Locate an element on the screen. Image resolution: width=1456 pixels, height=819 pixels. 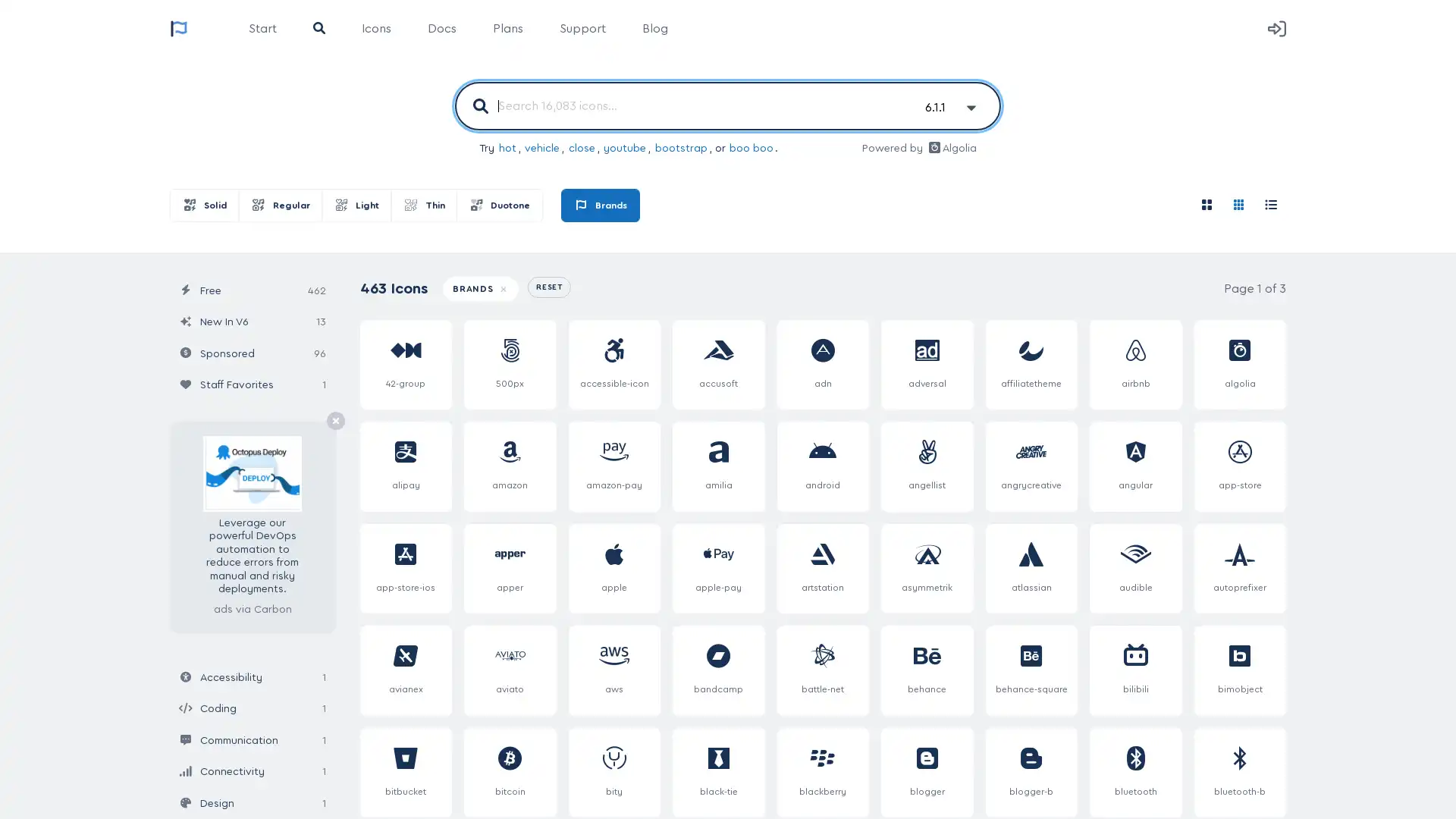
youtube is located at coordinates (625, 149).